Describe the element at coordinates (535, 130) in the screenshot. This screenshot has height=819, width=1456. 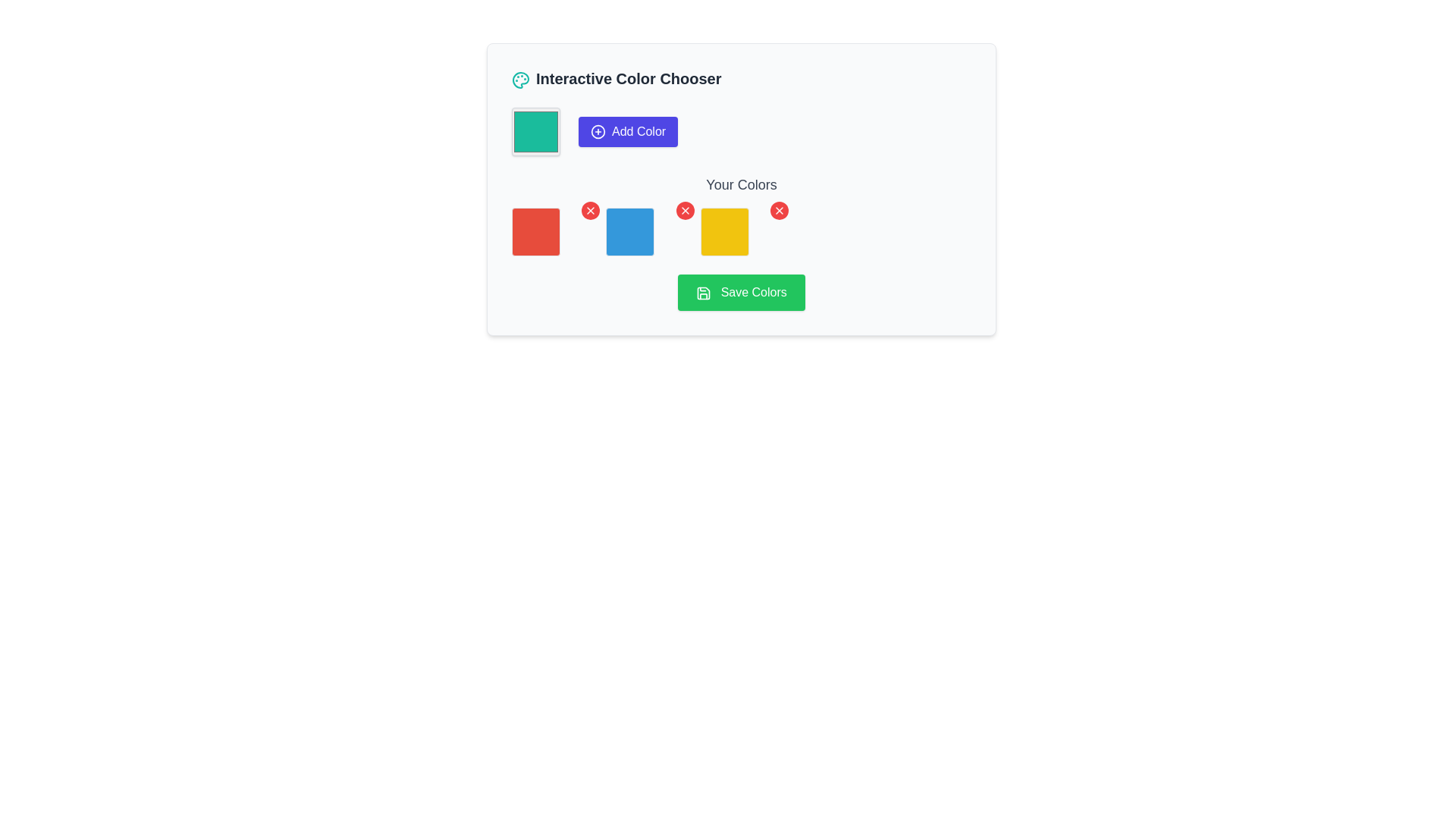
I see `the Color Picker element, which is a rounded square with a teal shade` at that location.